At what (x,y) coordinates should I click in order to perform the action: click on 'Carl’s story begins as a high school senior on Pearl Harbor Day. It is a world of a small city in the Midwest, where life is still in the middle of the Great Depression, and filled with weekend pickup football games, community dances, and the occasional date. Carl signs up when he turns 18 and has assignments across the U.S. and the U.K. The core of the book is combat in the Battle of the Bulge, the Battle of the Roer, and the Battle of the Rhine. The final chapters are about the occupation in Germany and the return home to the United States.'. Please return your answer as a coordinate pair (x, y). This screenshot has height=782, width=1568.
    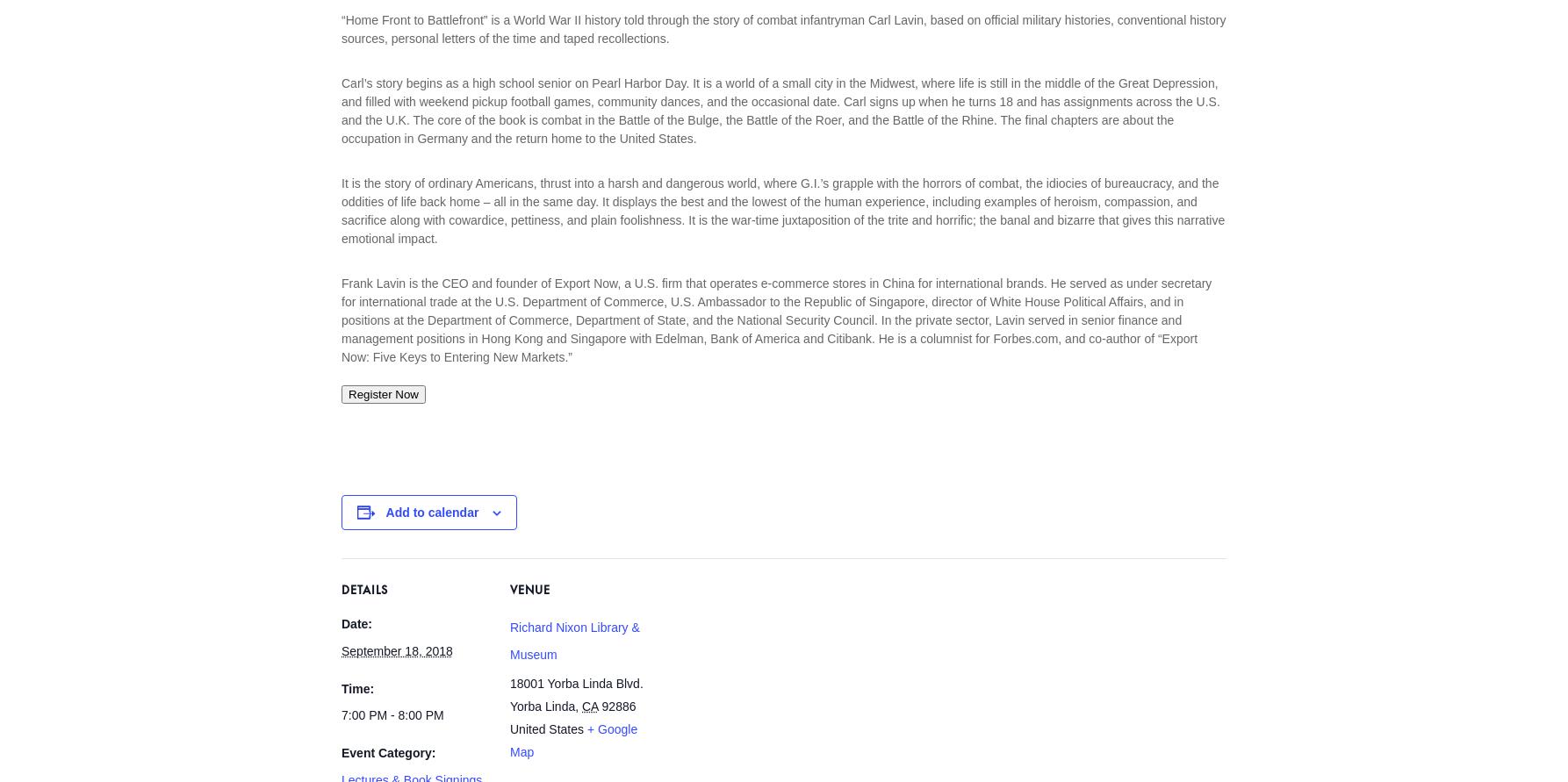
    Looking at the image, I should click on (341, 109).